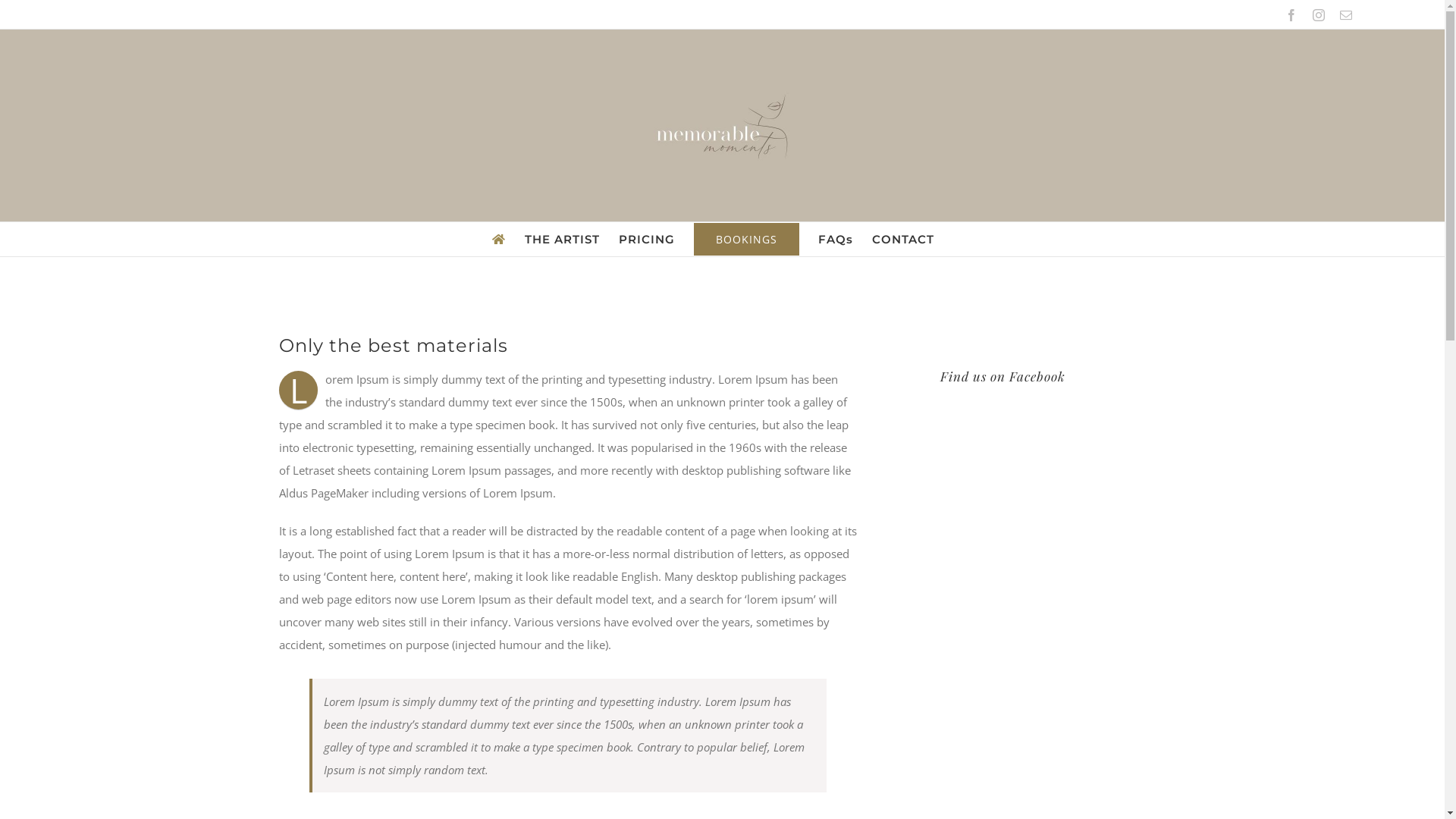  Describe the element at coordinates (833, 239) in the screenshot. I see `'FAQs'` at that location.